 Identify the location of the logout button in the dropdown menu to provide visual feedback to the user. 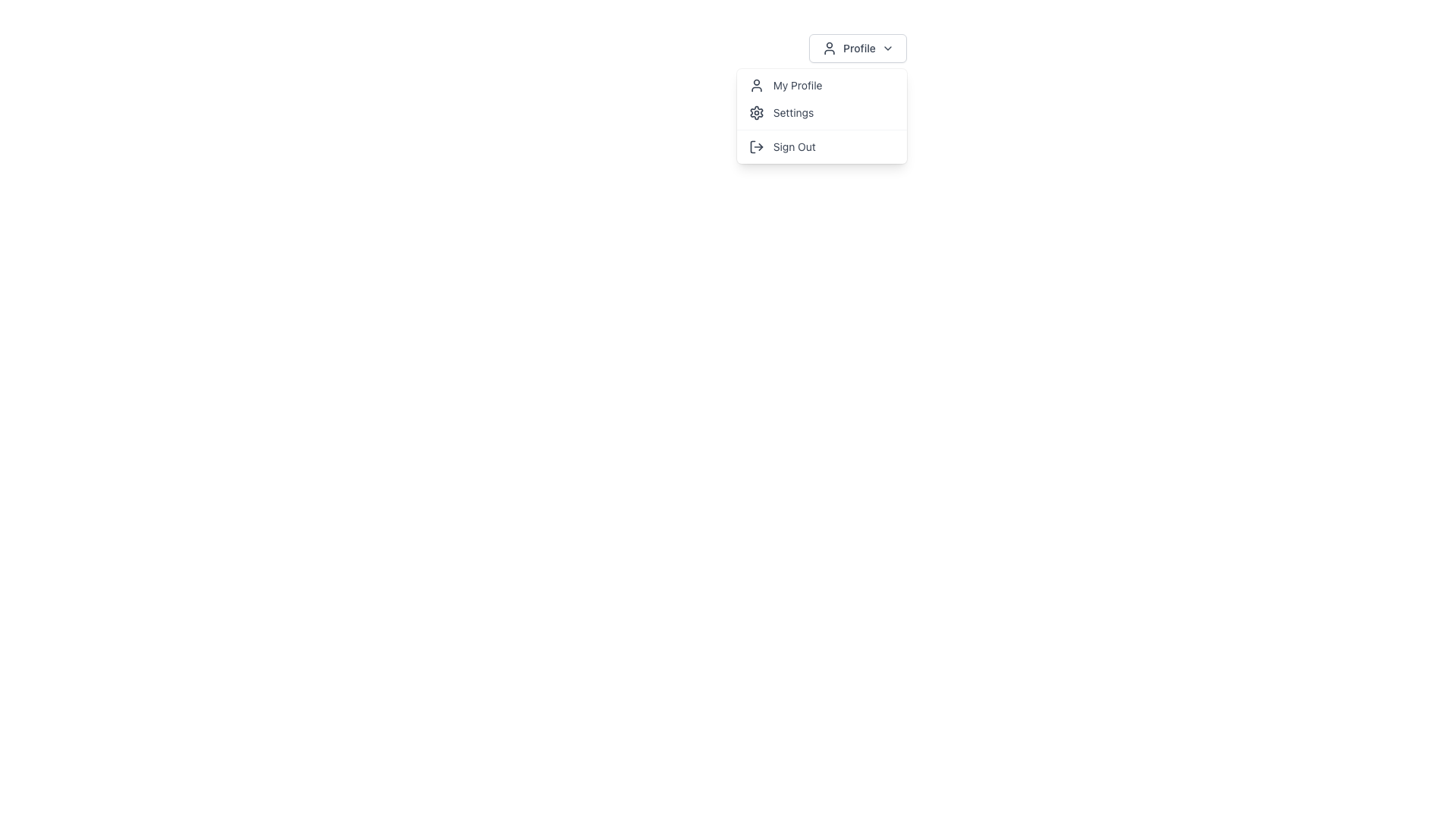
(821, 146).